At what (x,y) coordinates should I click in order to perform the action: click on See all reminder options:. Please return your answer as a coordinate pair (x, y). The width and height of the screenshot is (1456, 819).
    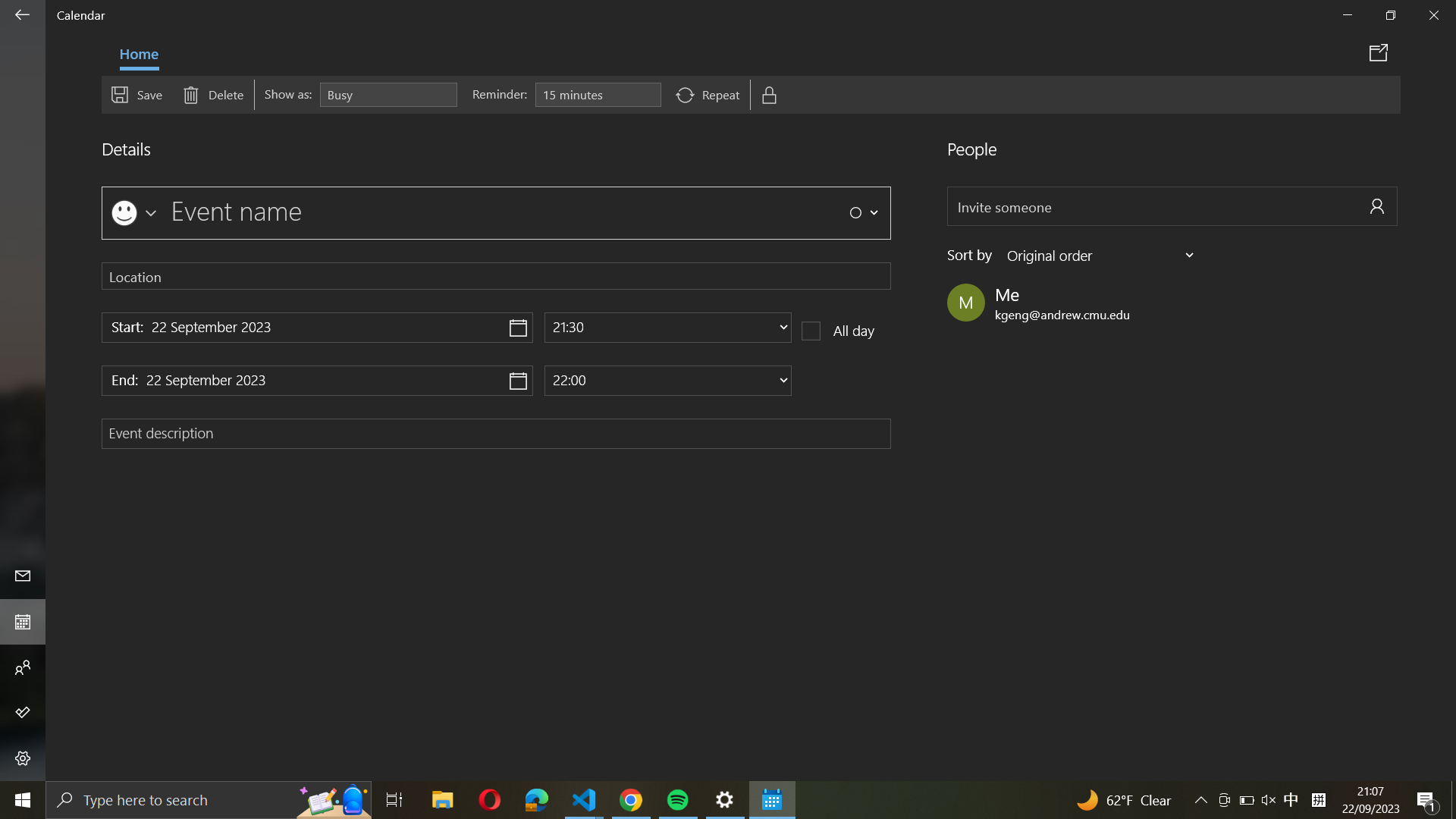
    Looking at the image, I should click on (597, 95).